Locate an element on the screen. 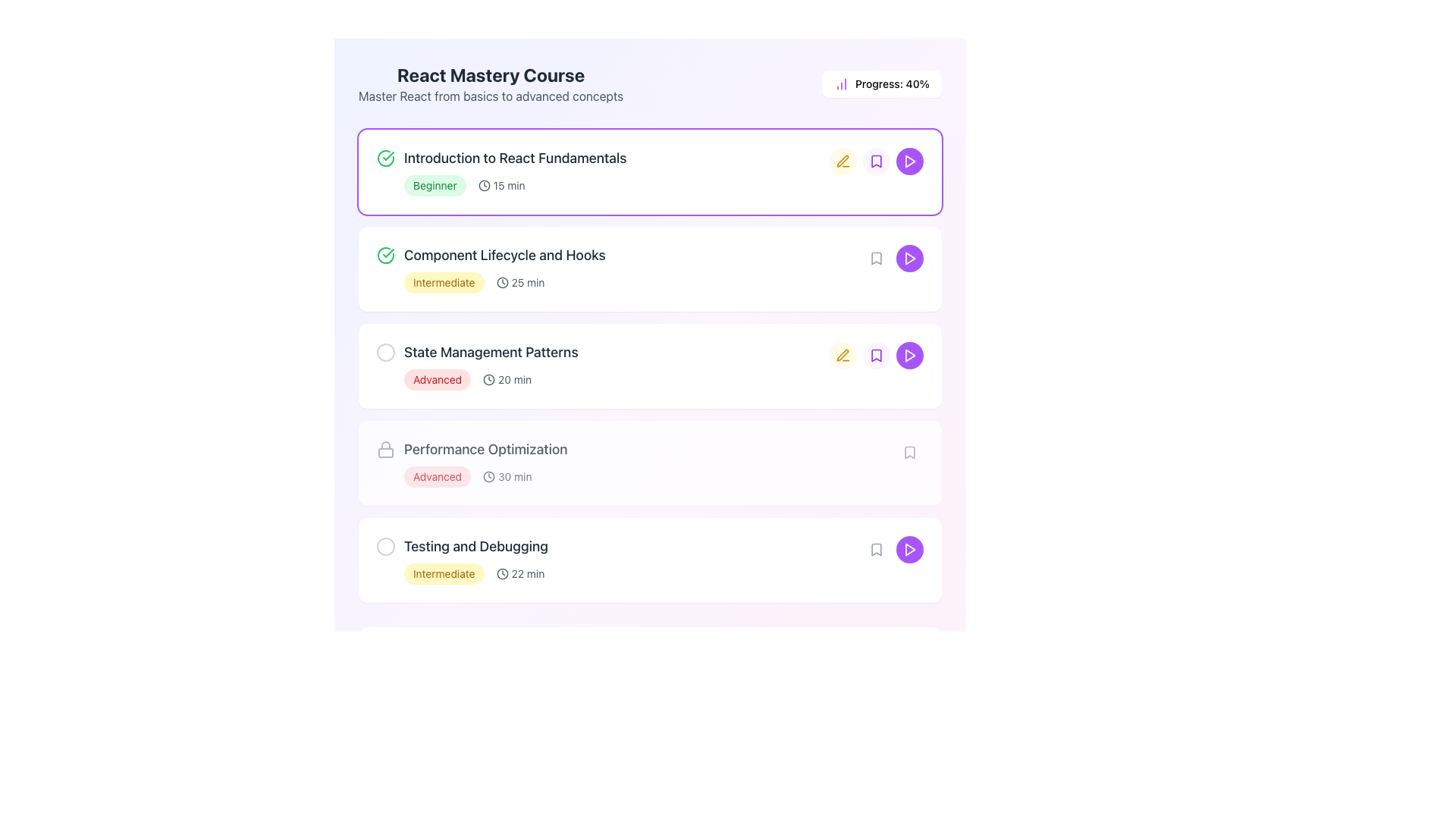  the rounded button with a light yellow background and a yellow pen icon, located on the right side of the 'State Management Patterns' list item is located at coordinates (843, 356).